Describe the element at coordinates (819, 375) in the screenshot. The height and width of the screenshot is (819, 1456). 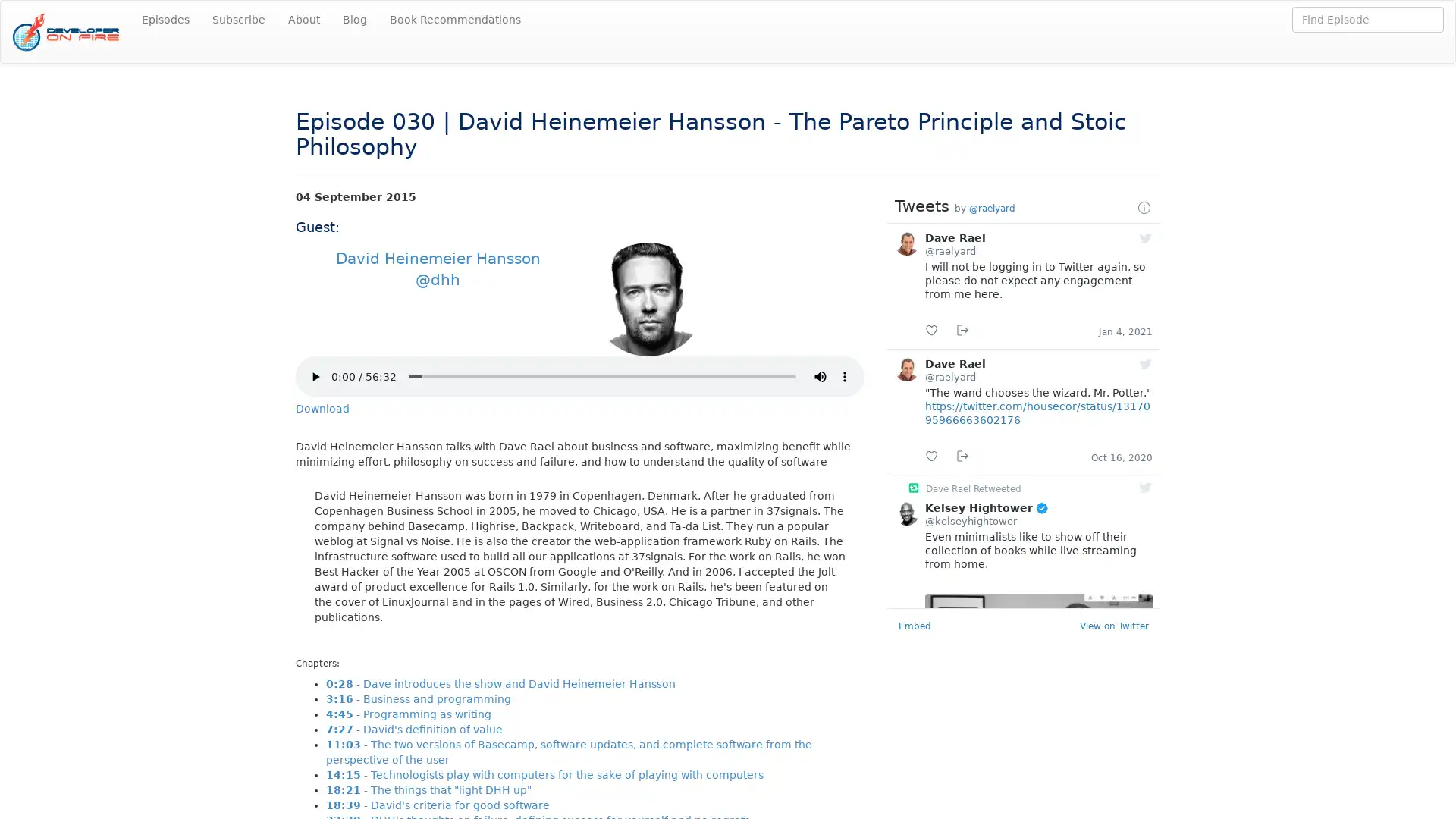
I see `mute` at that location.